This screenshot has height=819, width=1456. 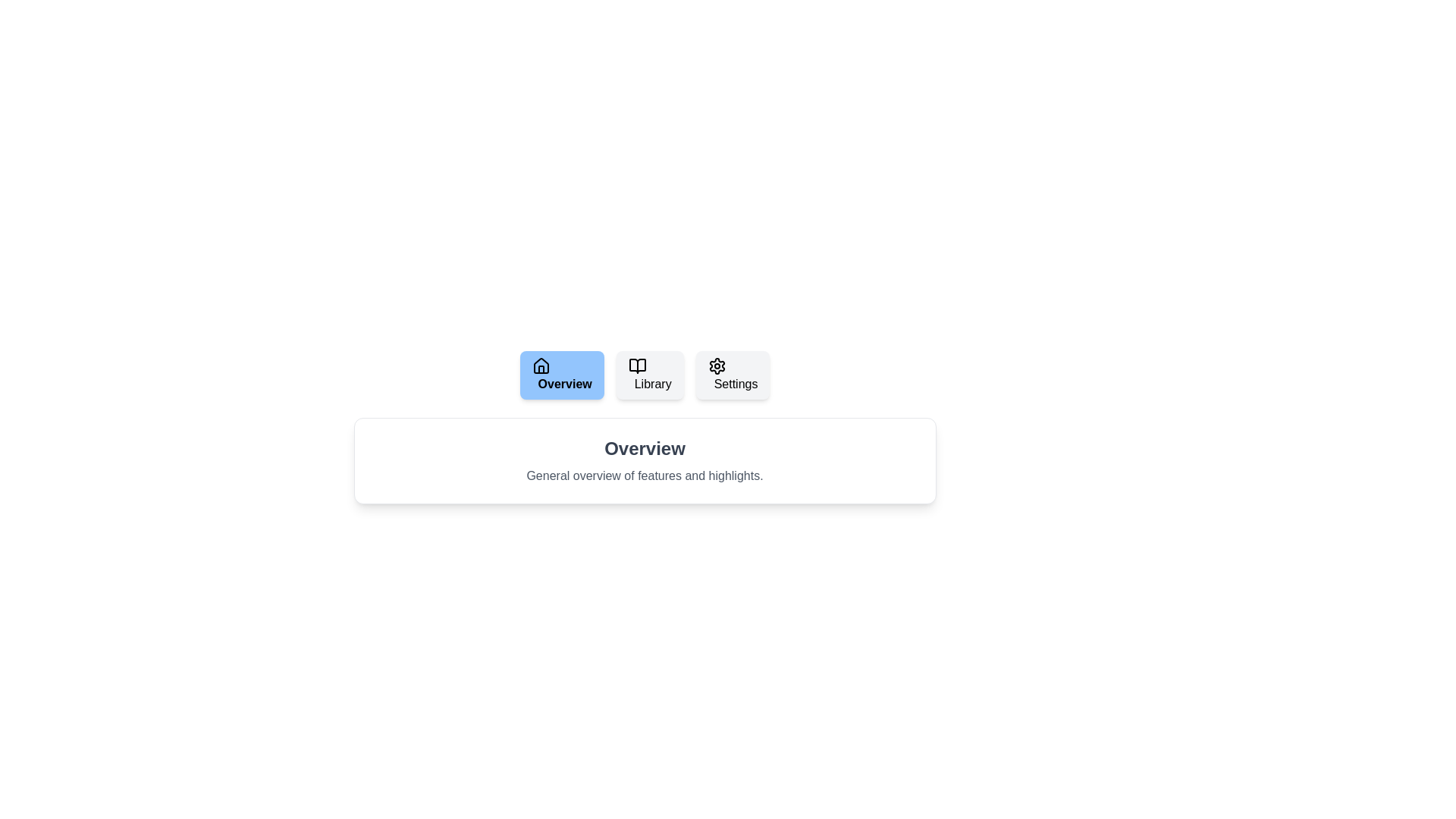 What do you see at coordinates (650, 375) in the screenshot?
I see `the tab labeled Library to switch to that tab` at bounding box center [650, 375].